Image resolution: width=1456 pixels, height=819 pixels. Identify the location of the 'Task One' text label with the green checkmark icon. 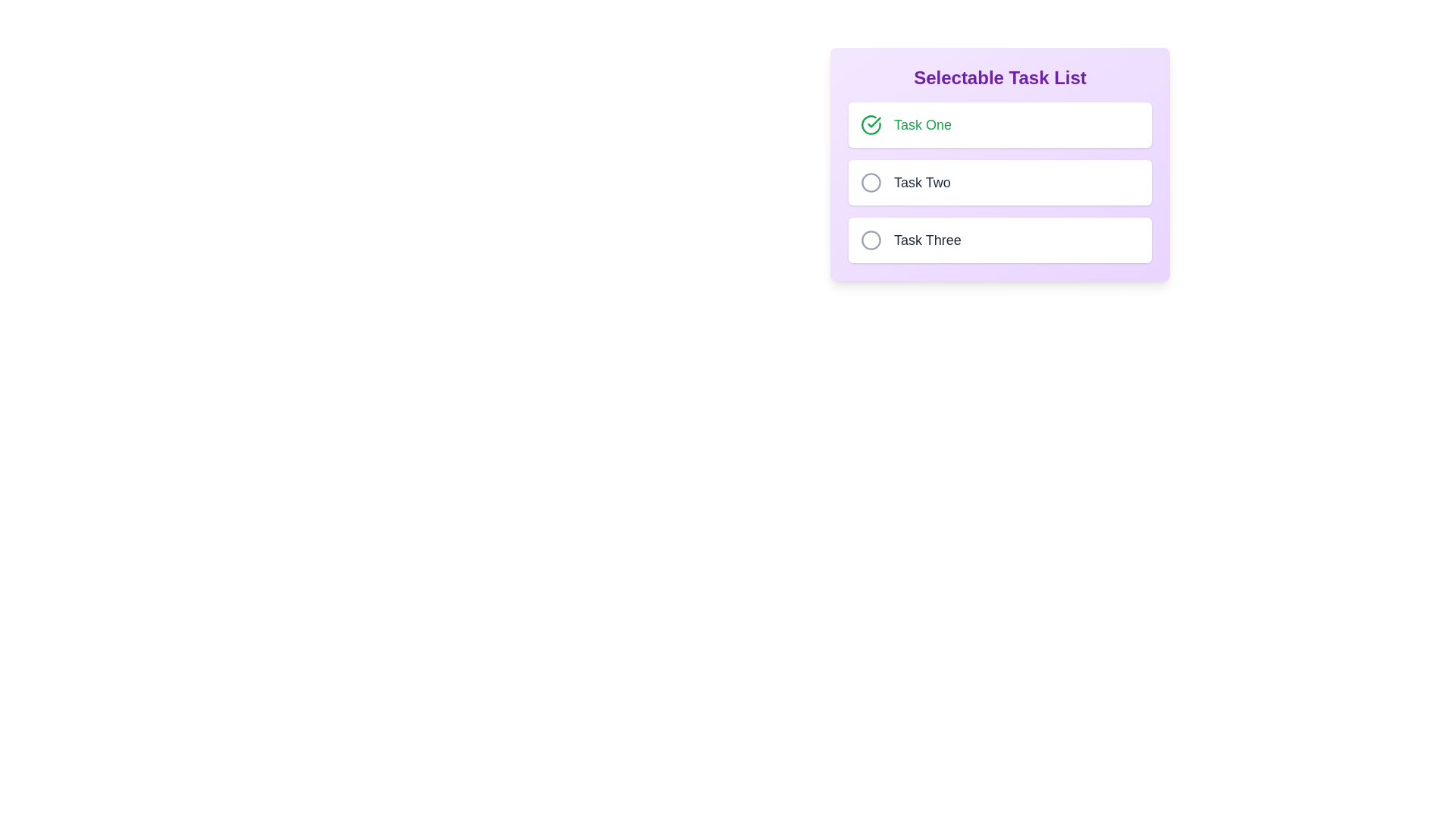
(906, 124).